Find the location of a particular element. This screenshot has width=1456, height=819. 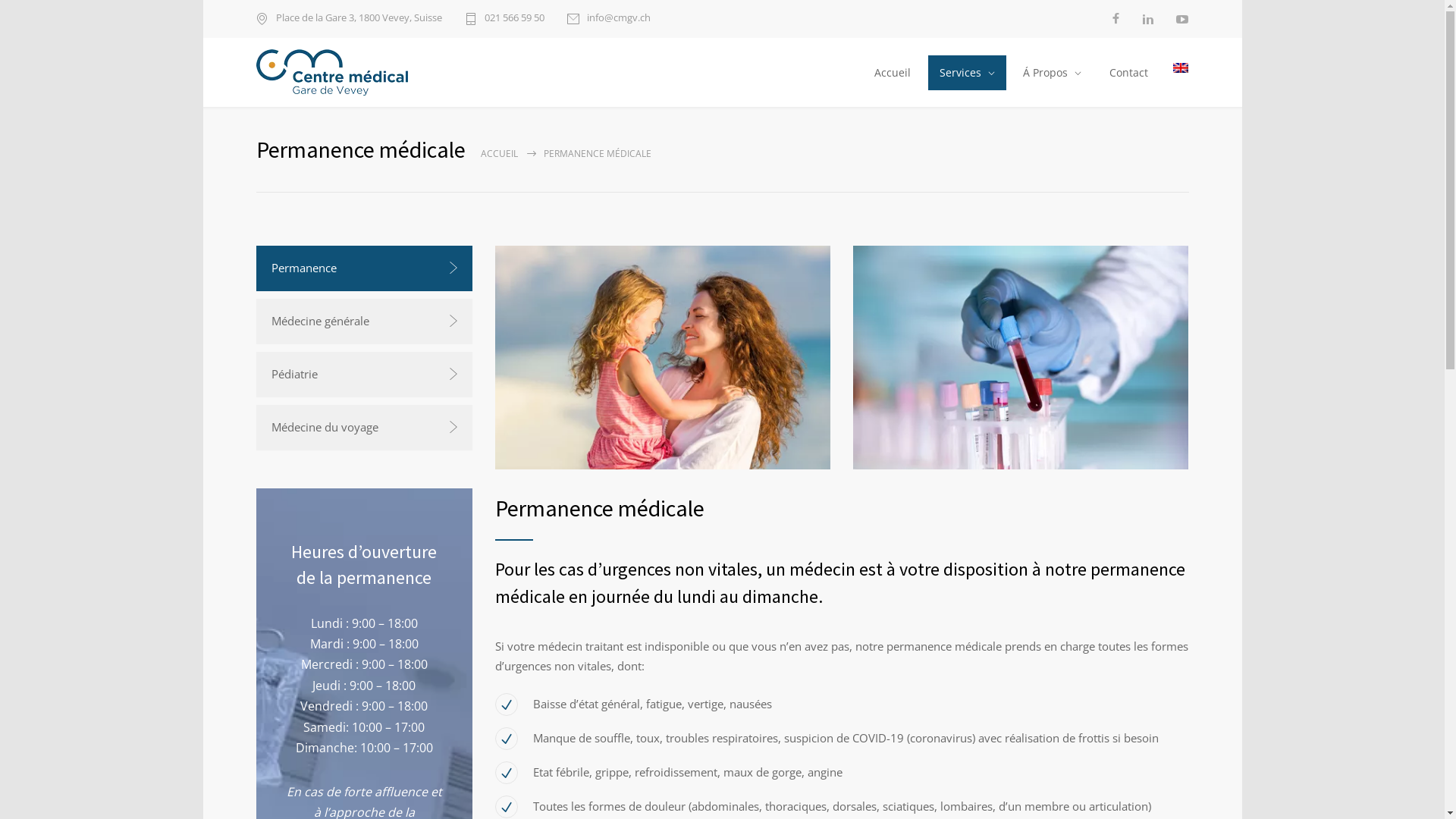

'Services' is located at coordinates (965, 73).